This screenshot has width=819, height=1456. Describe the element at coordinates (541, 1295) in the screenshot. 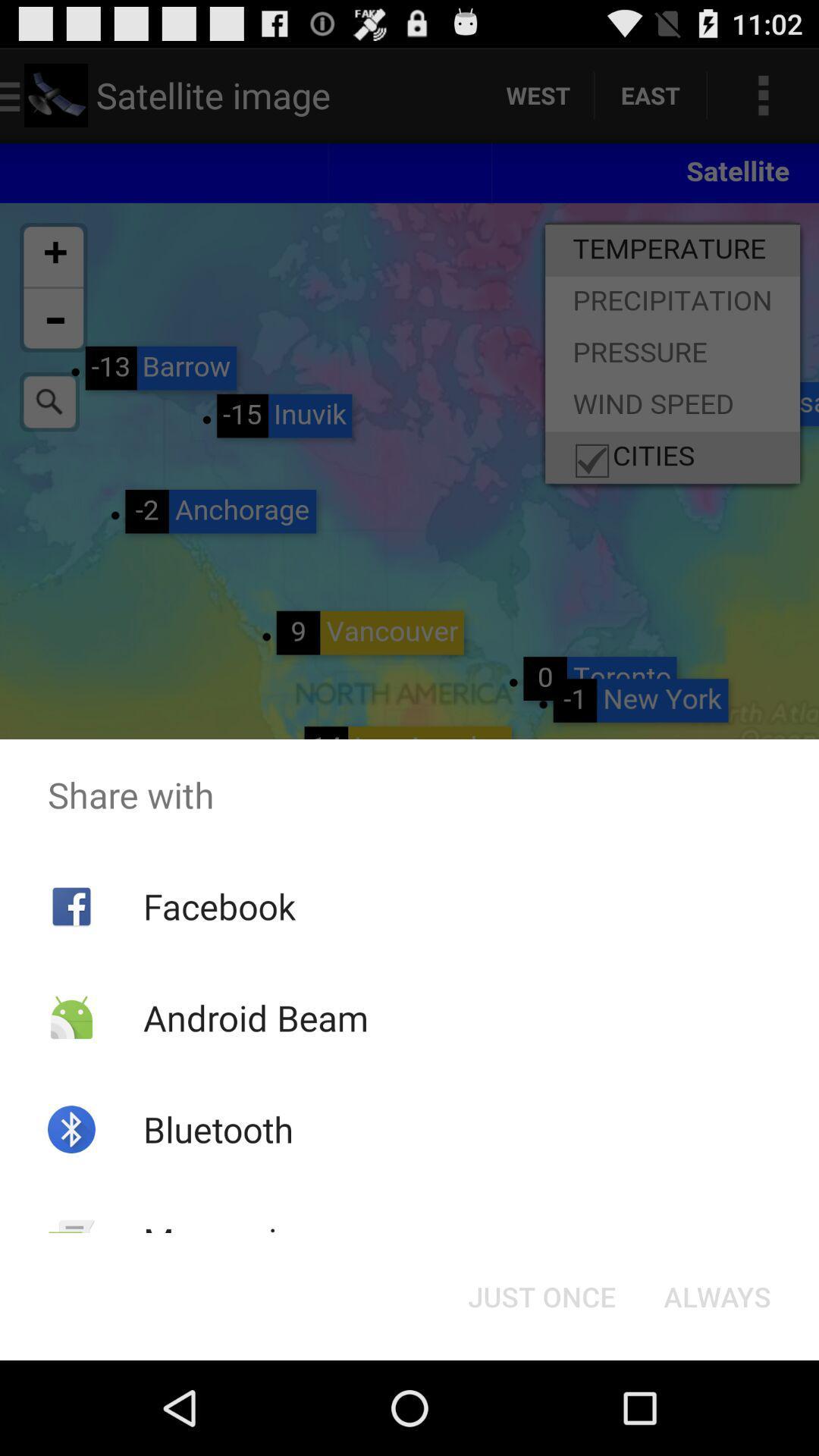

I see `the icon to the left of the always button` at that location.